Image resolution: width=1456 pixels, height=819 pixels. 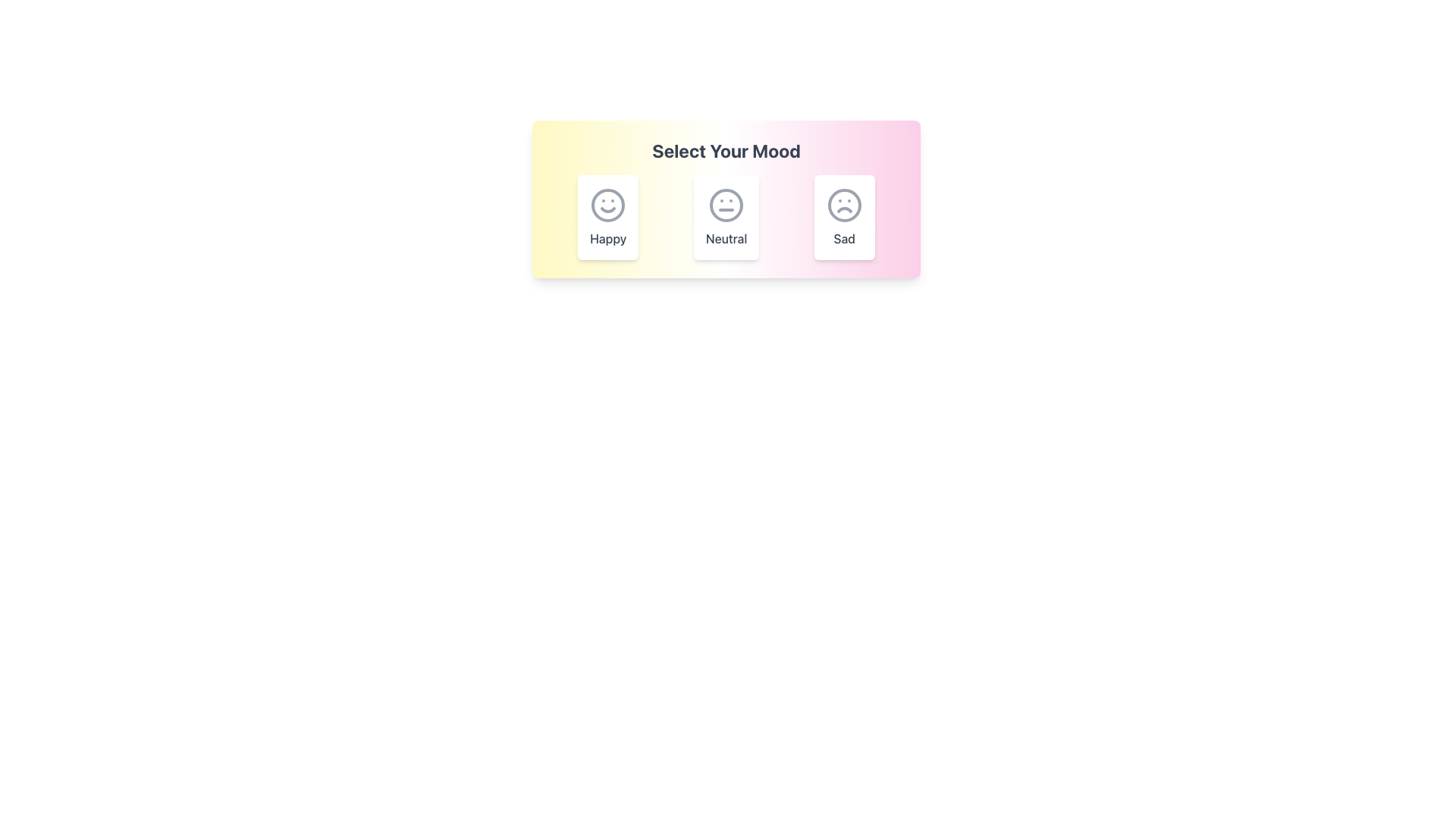 I want to click on the SVG circle representing the outline of the sad face icon in the third mood selection card labeled 'Sad', so click(x=843, y=205).